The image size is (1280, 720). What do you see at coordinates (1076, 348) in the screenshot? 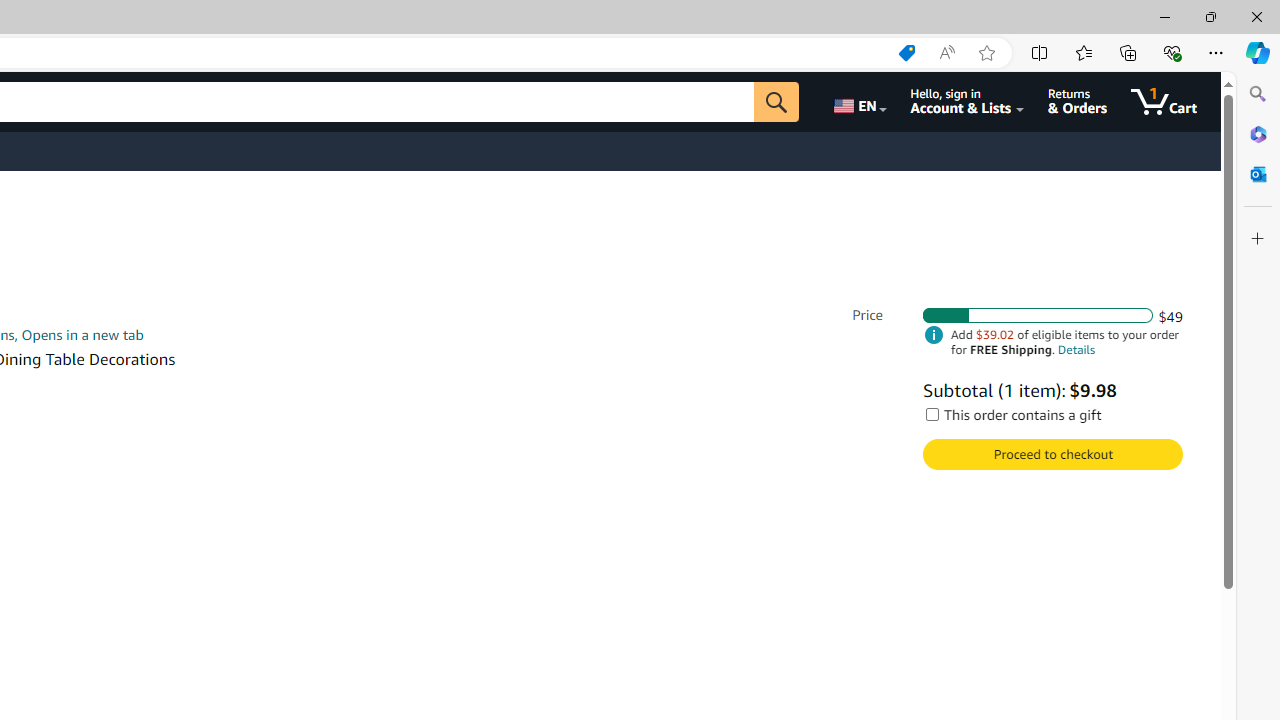
I see `'Details'` at bounding box center [1076, 348].